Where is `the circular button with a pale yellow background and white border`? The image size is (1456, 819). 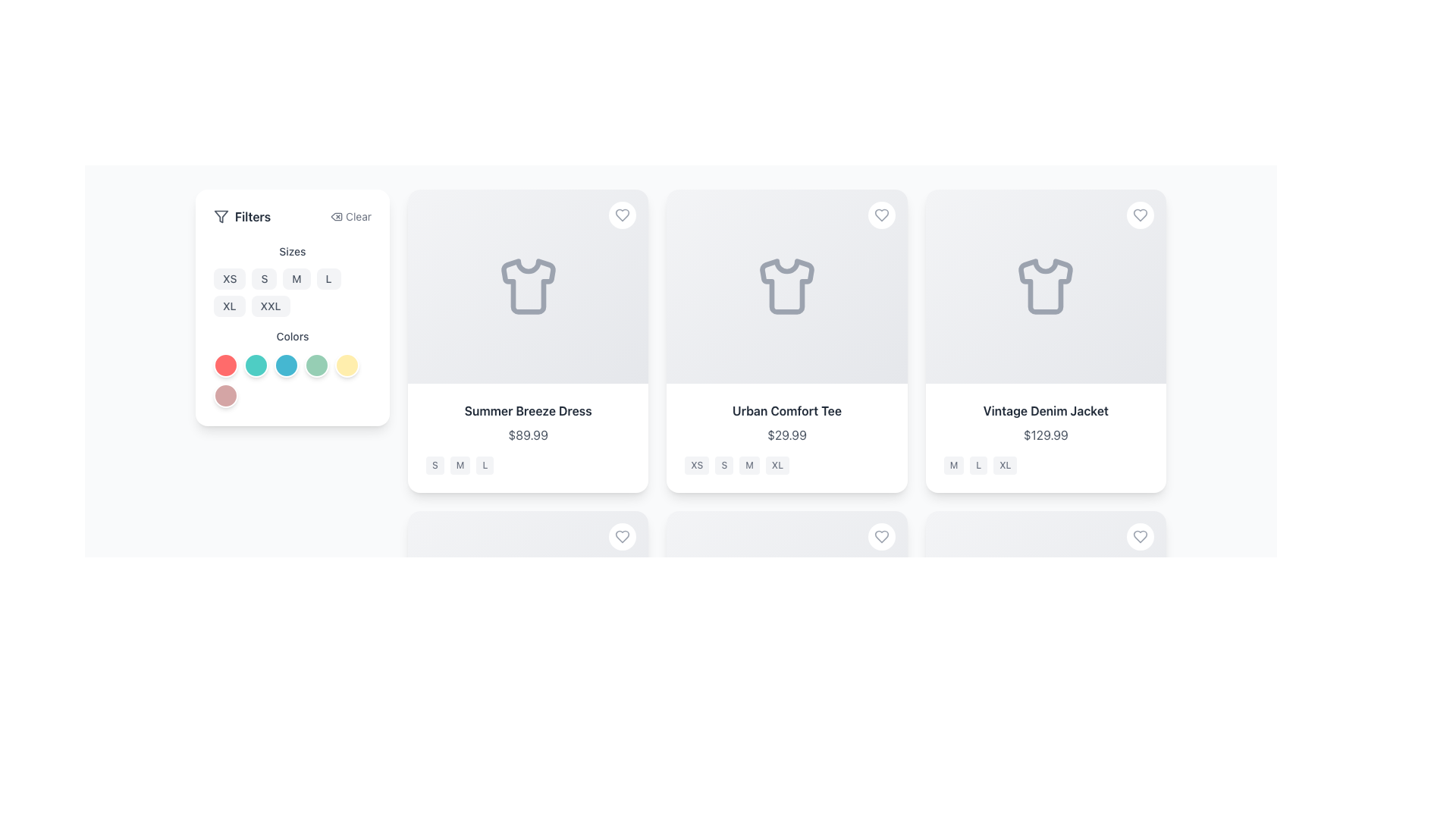
the circular button with a pale yellow background and white border is located at coordinates (346, 366).